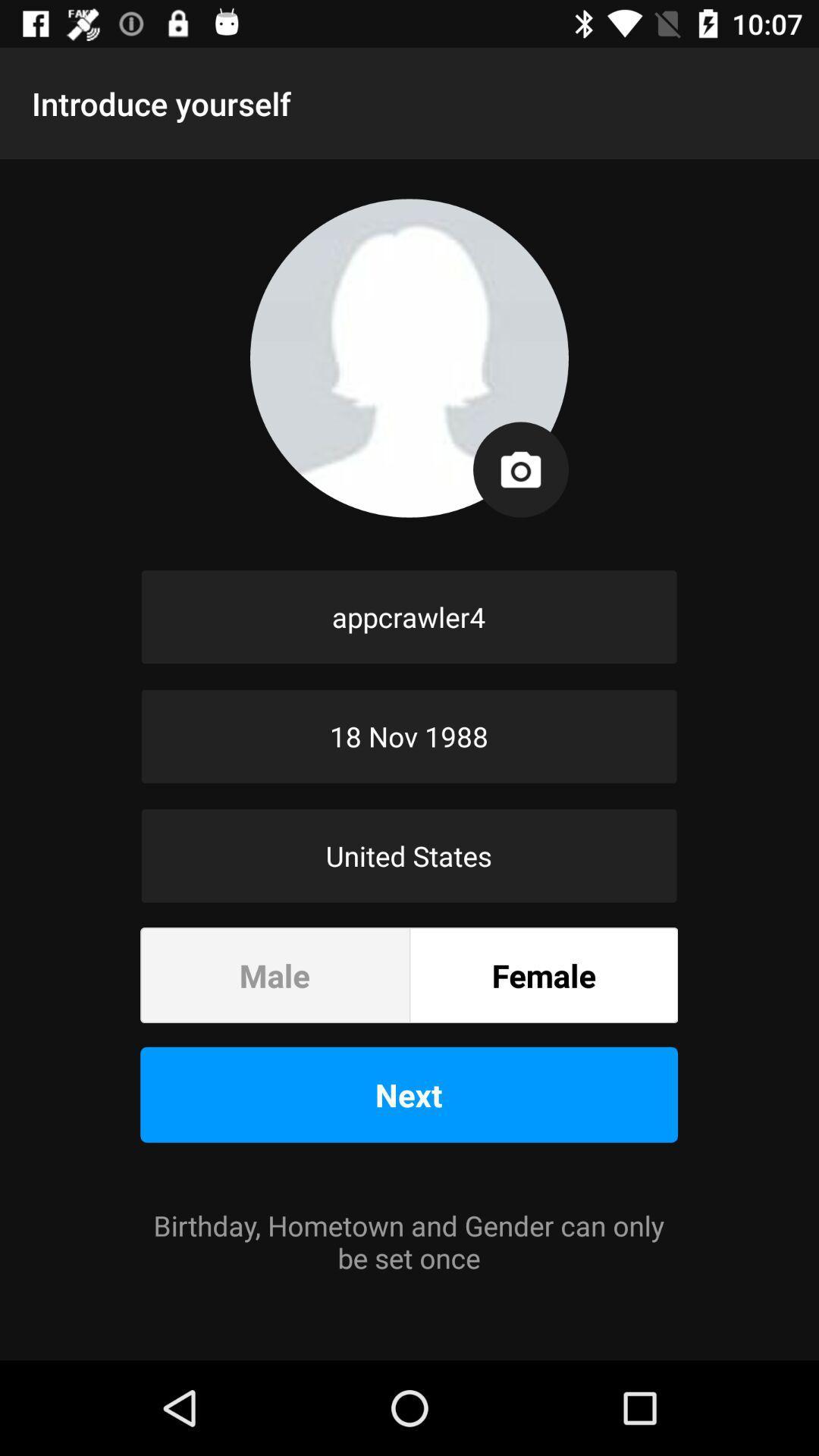 The height and width of the screenshot is (1456, 819). Describe the element at coordinates (408, 1094) in the screenshot. I see `the item below the male icon` at that location.